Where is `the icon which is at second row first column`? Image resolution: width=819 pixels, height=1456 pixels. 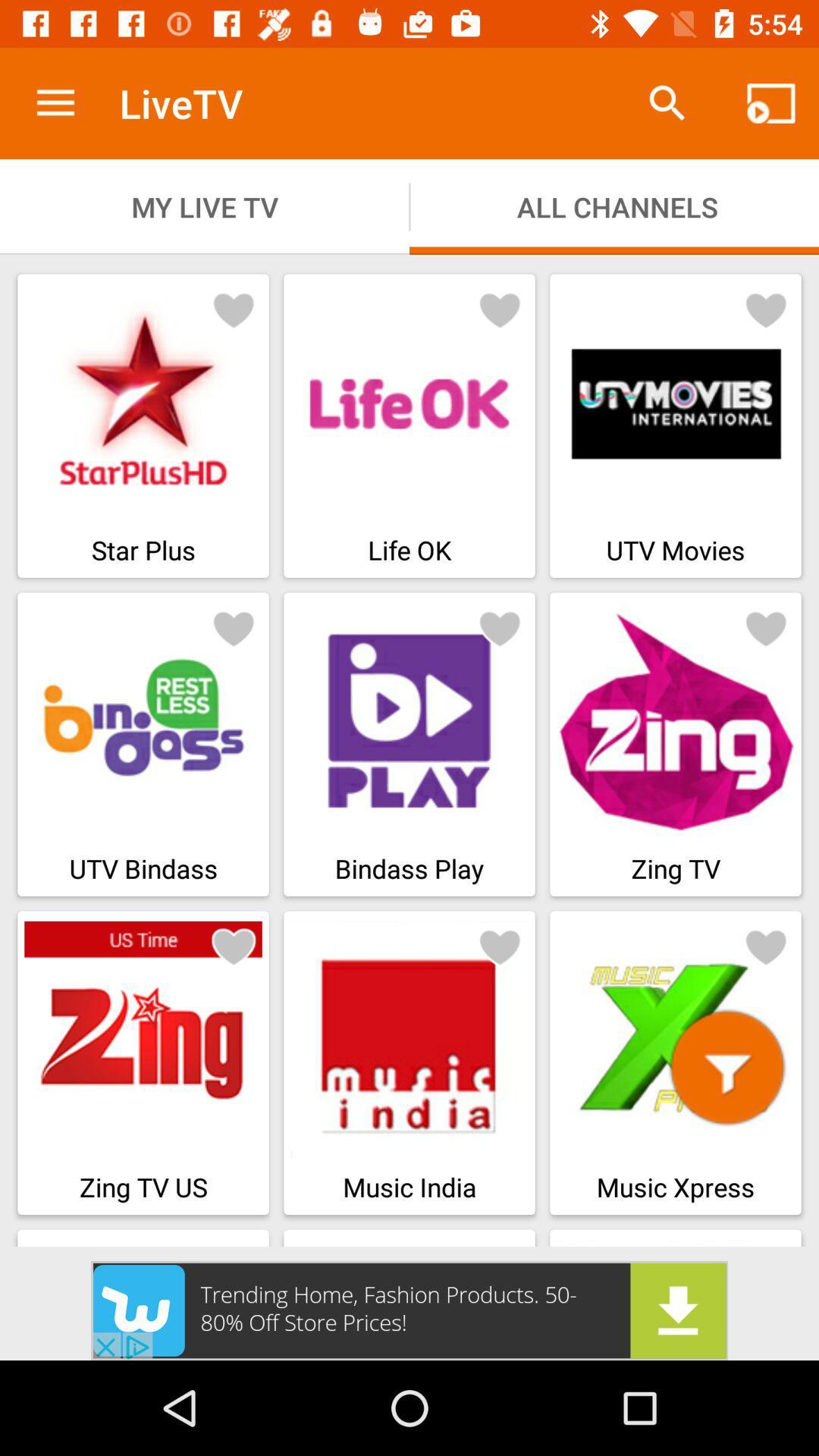 the icon which is at second row first column is located at coordinates (234, 628).